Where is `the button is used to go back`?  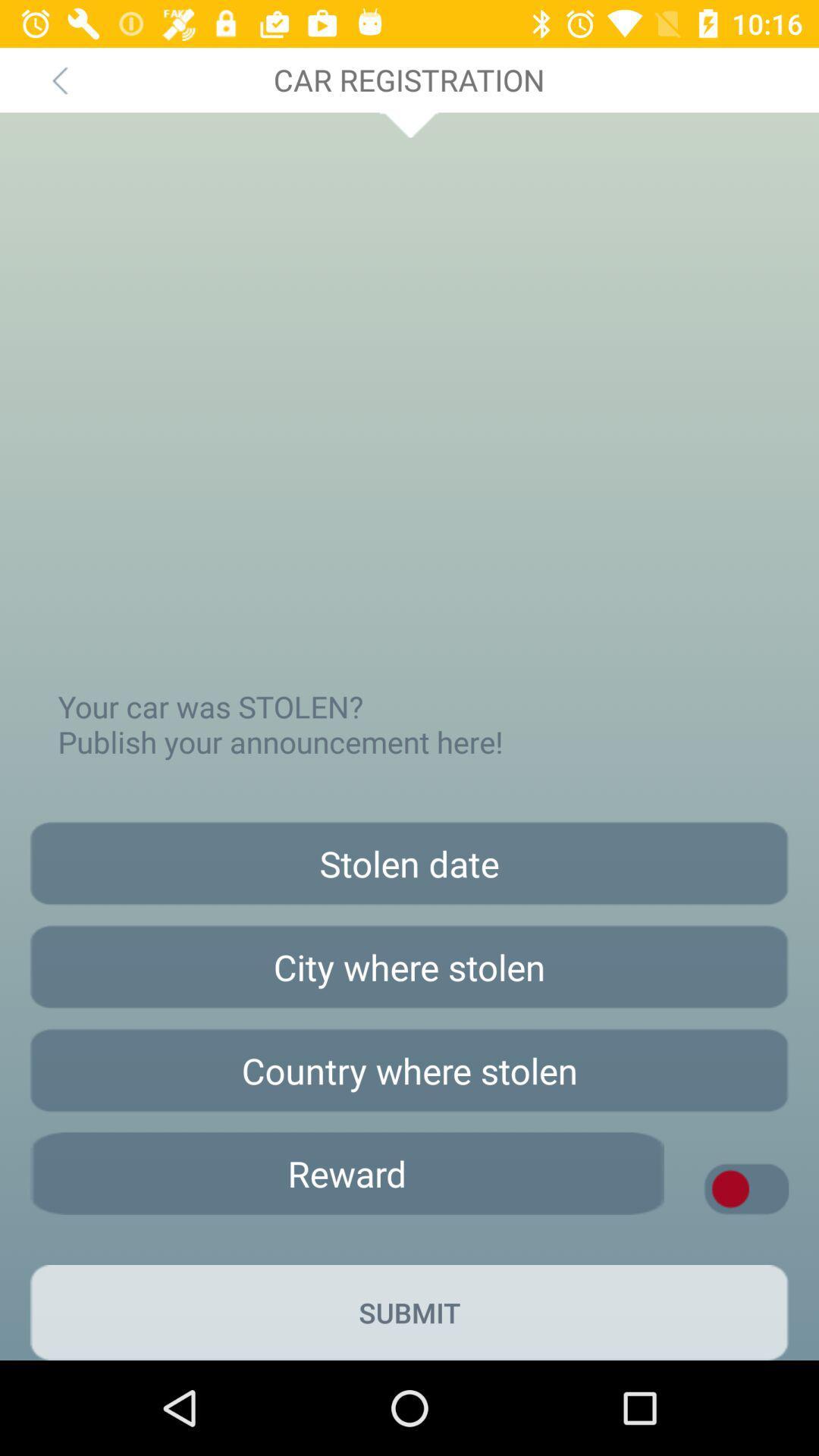 the button is used to go back is located at coordinates (58, 79).